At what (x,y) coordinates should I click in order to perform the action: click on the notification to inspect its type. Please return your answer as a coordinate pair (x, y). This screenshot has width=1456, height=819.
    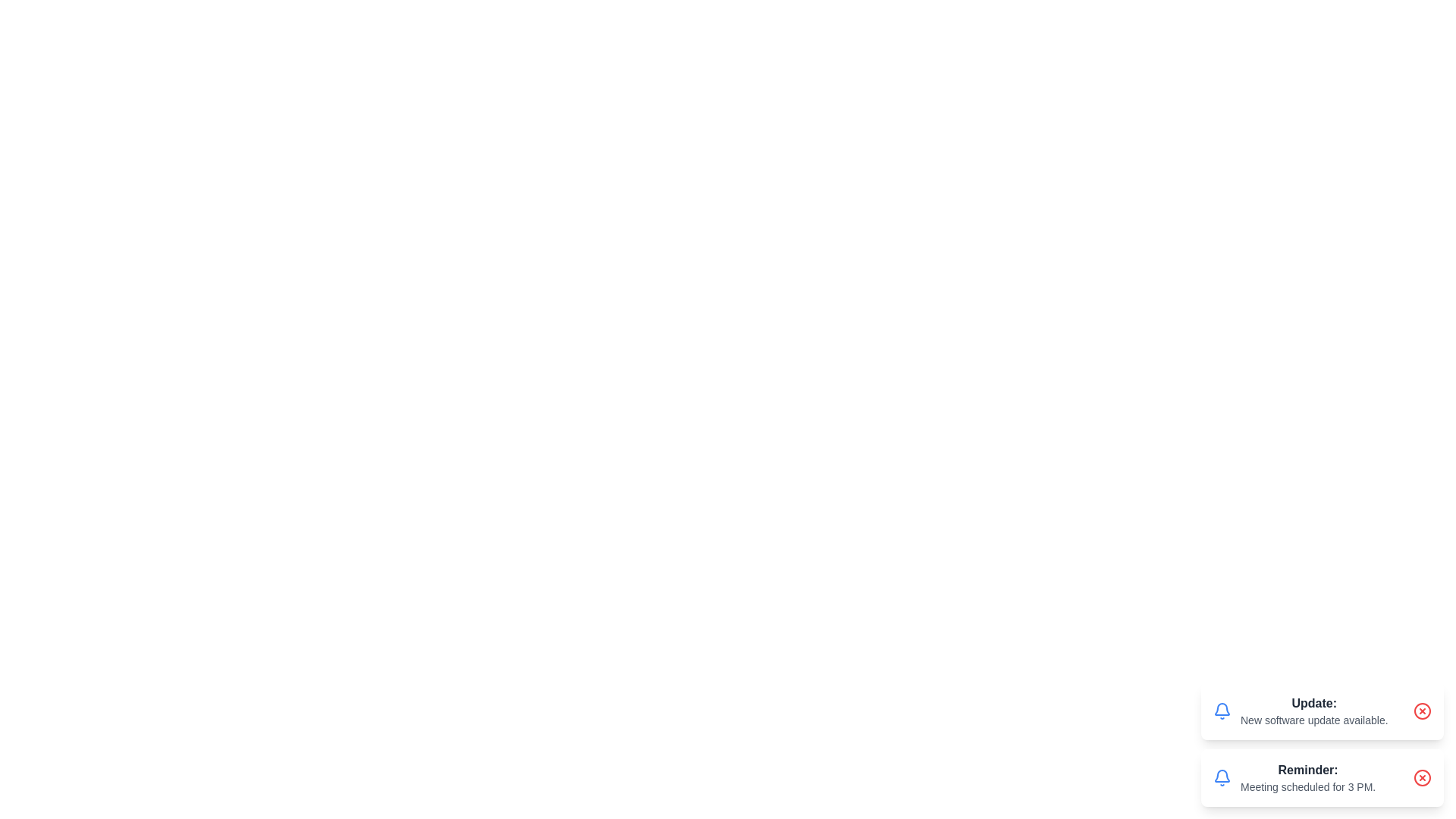
    Looking at the image, I should click on (1321, 711).